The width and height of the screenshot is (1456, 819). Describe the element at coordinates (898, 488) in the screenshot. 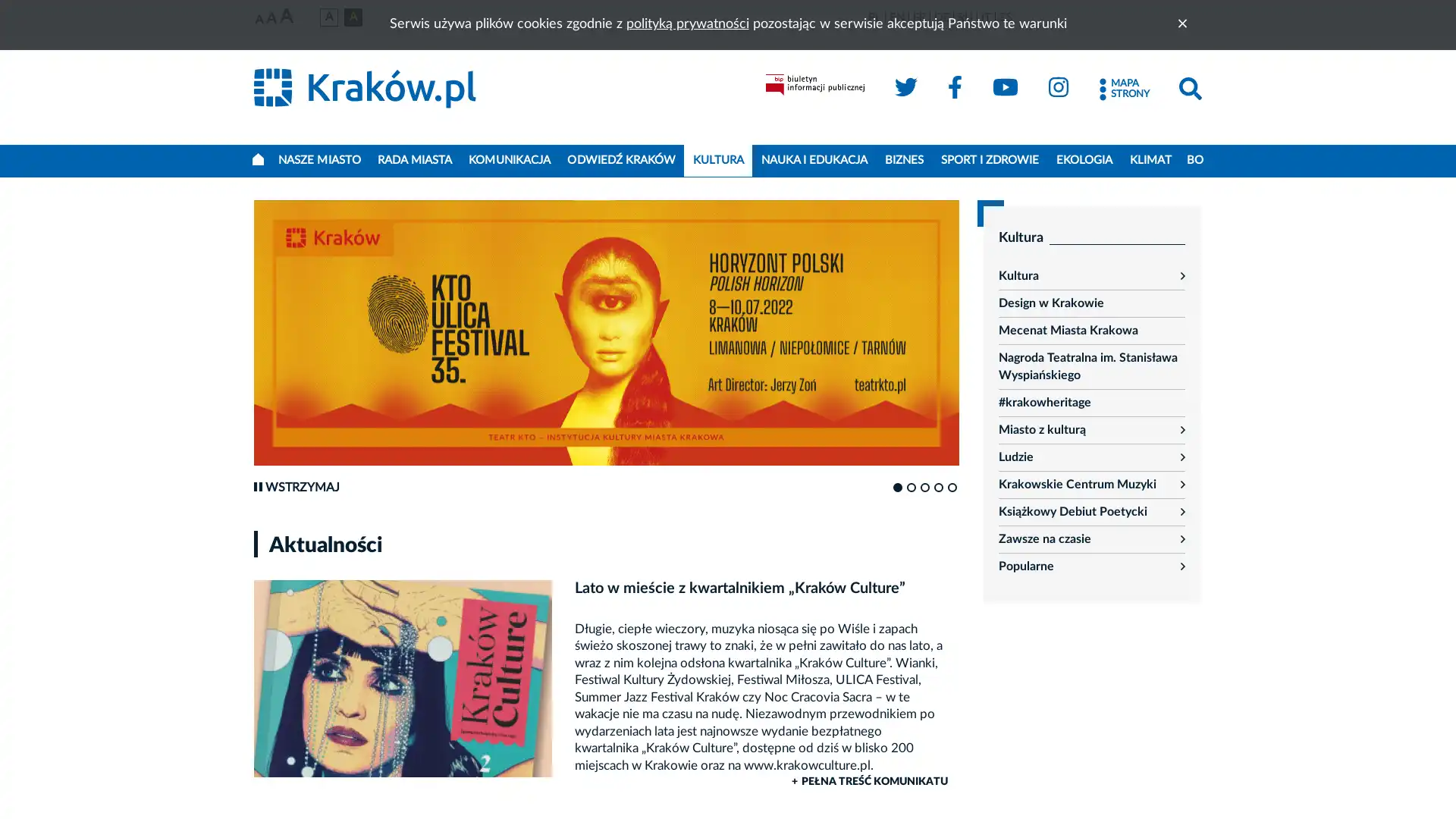

I see `Go to slide 1` at that location.